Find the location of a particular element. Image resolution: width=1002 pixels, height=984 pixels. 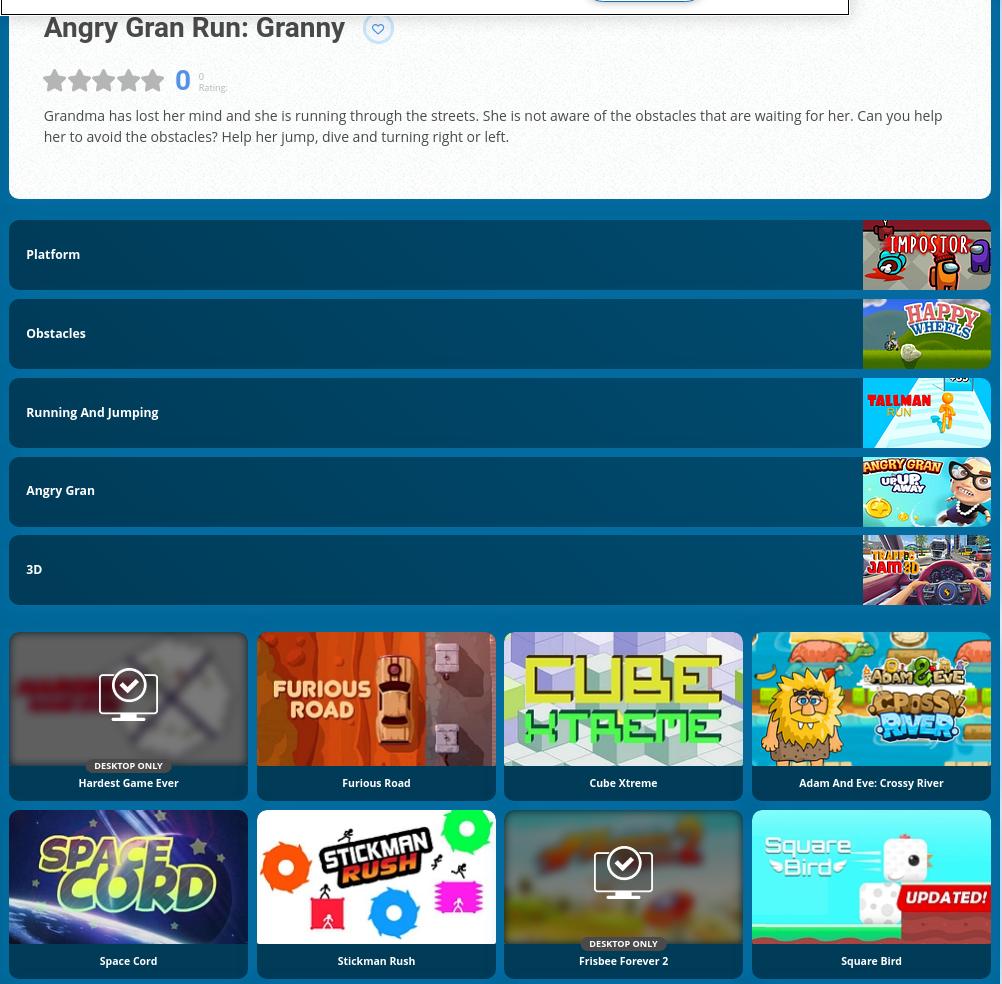

'Angry Gran' is located at coordinates (60, 490).